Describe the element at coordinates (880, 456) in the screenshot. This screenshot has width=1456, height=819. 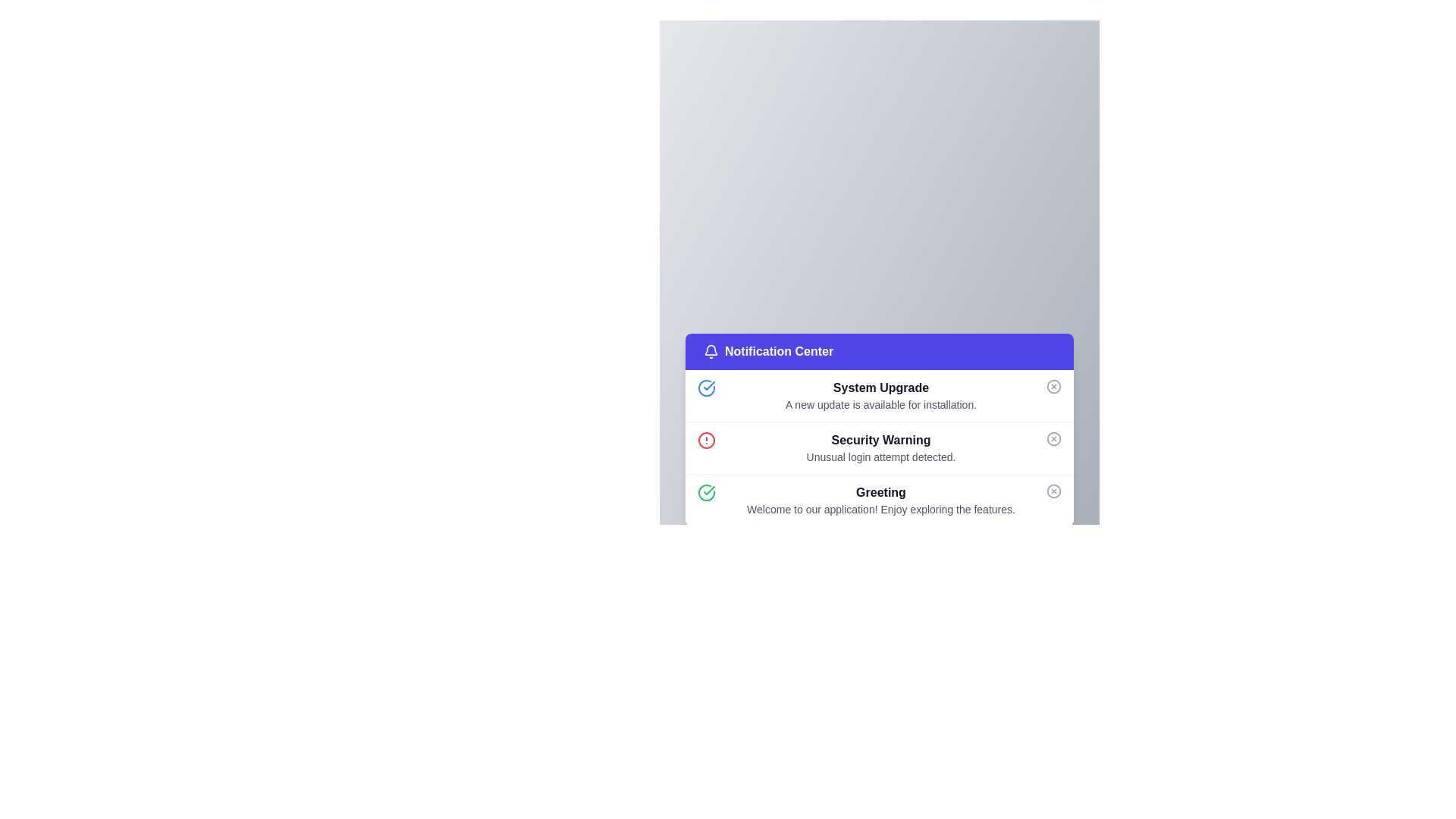
I see `non-interactive text label that says 'Unusual login attempt detected.' located beneath the 'Security Warning' heading` at that location.